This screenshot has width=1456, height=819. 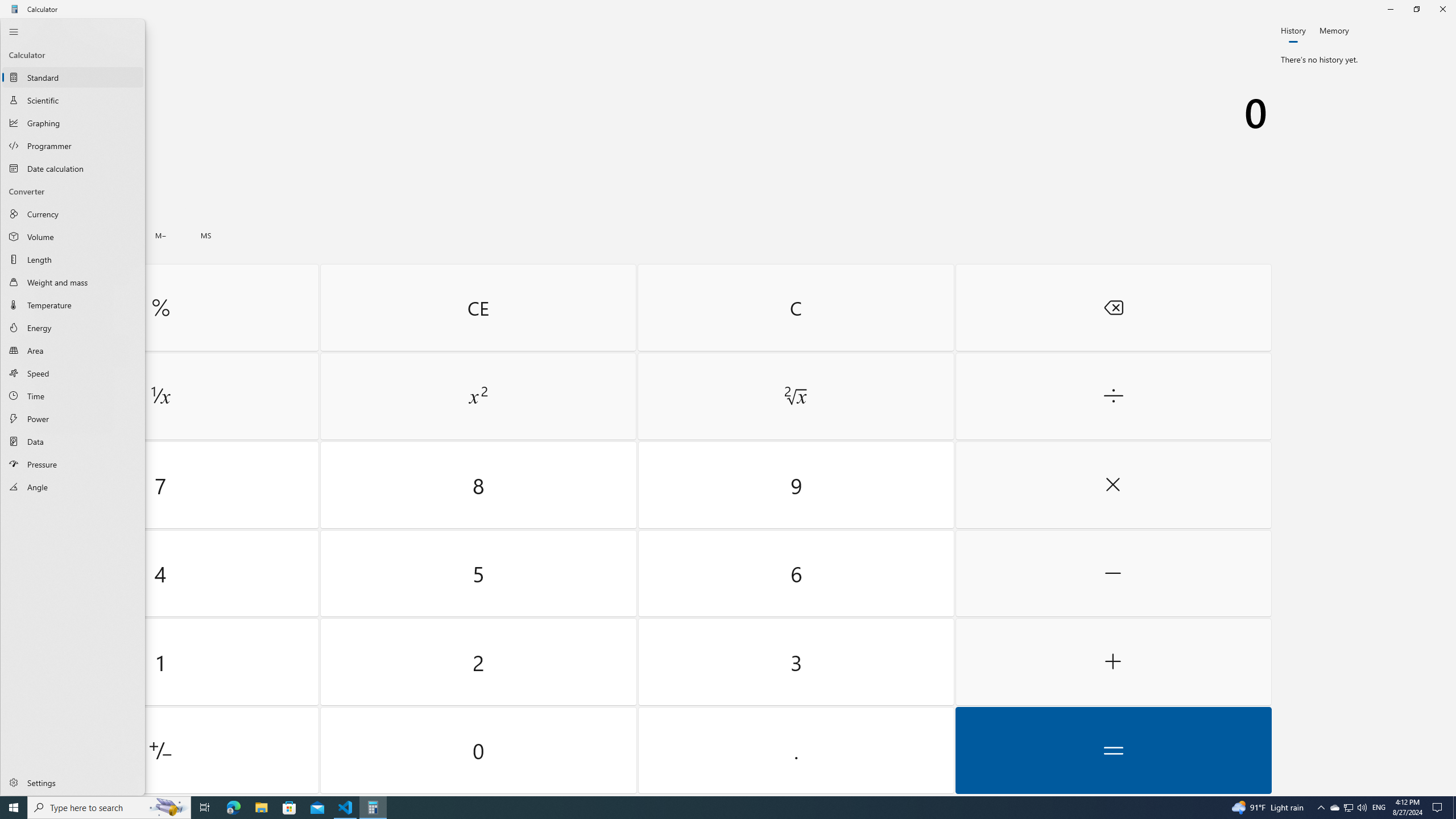 What do you see at coordinates (795, 573) in the screenshot?
I see `'Six'` at bounding box center [795, 573].